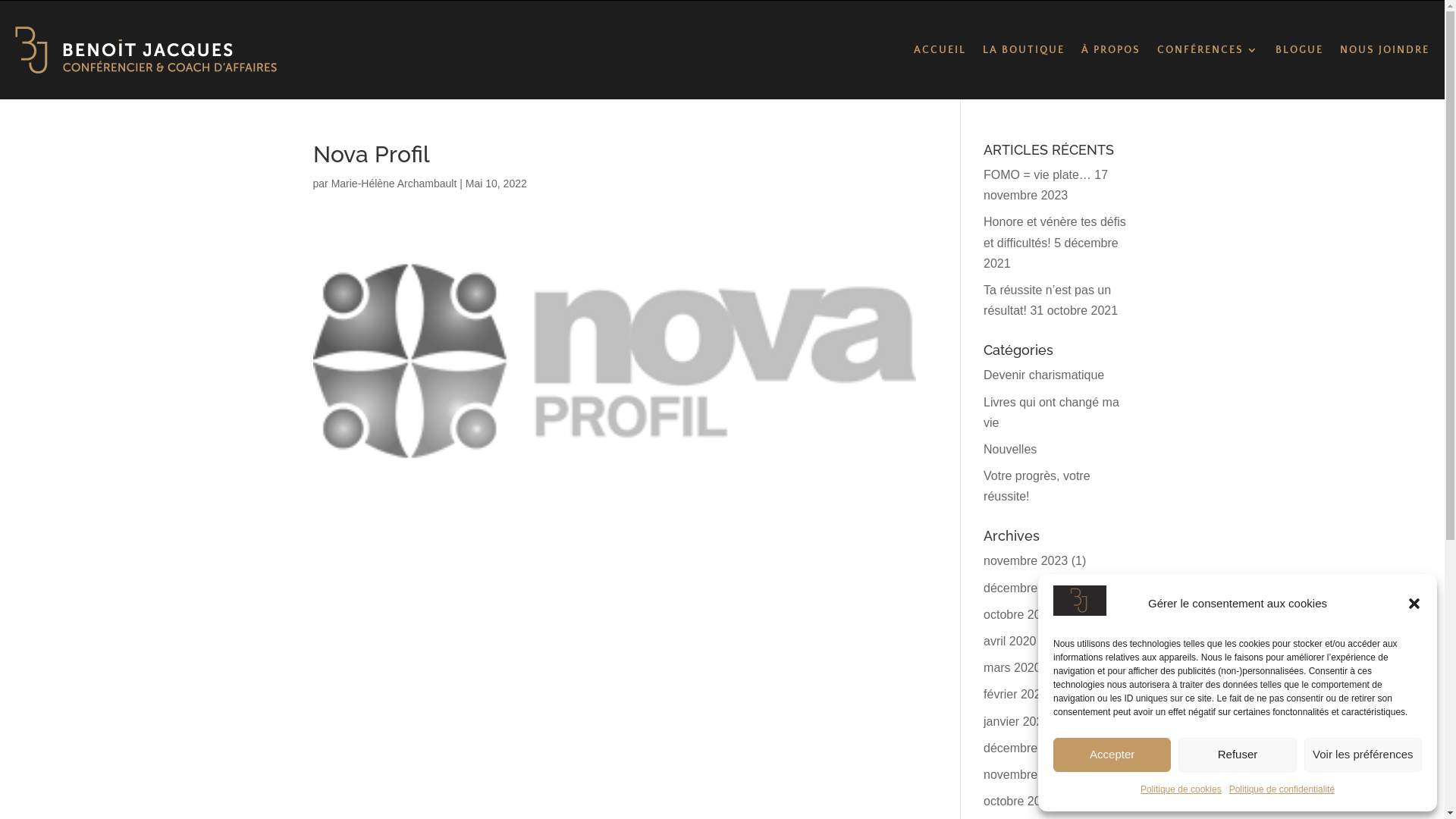 Image resolution: width=1456 pixels, height=819 pixels. Describe the element at coordinates (1010, 448) in the screenshot. I see `'Nouvelles'` at that location.